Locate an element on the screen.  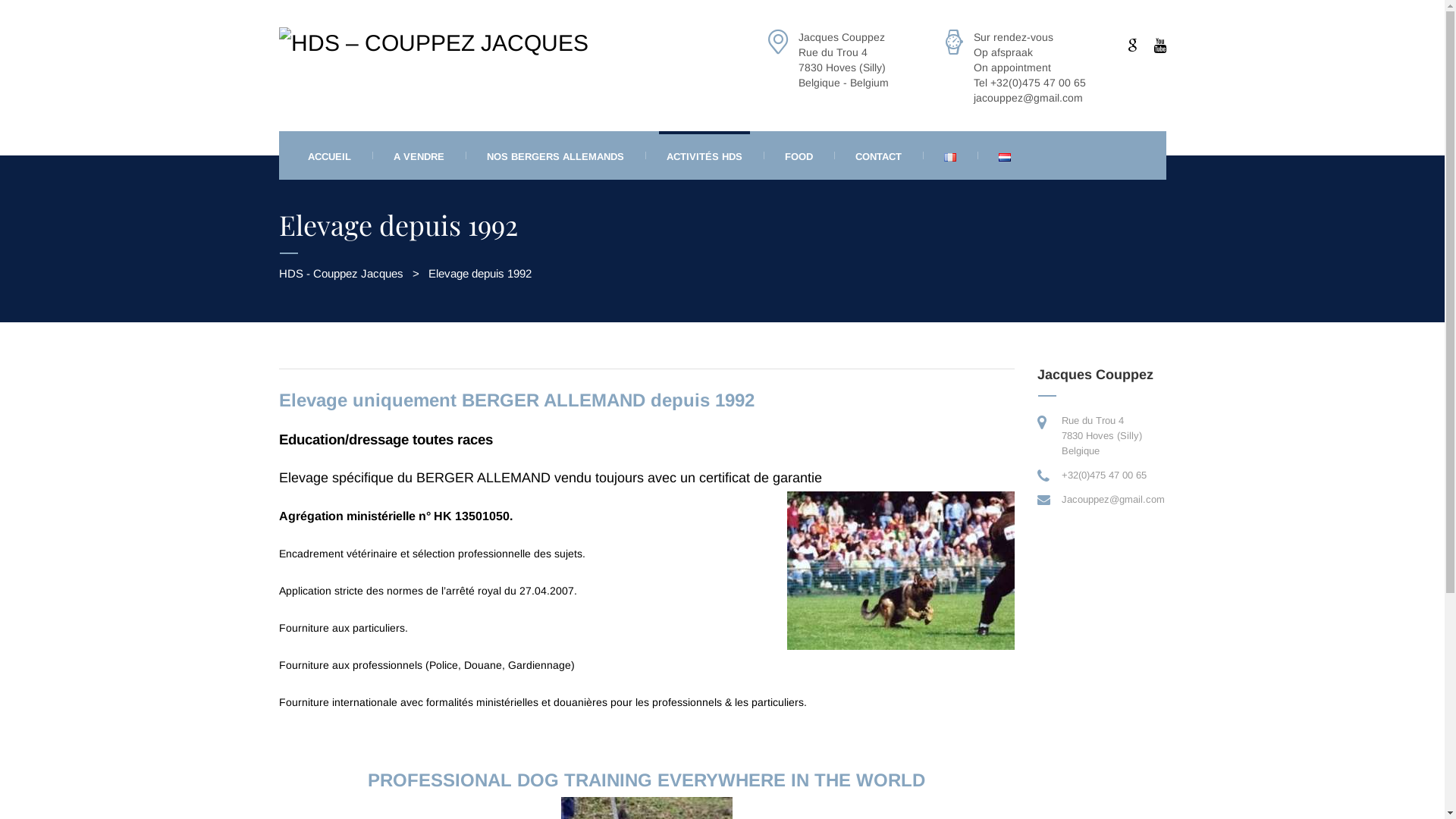
'CONTACT' is located at coordinates (847, 155).